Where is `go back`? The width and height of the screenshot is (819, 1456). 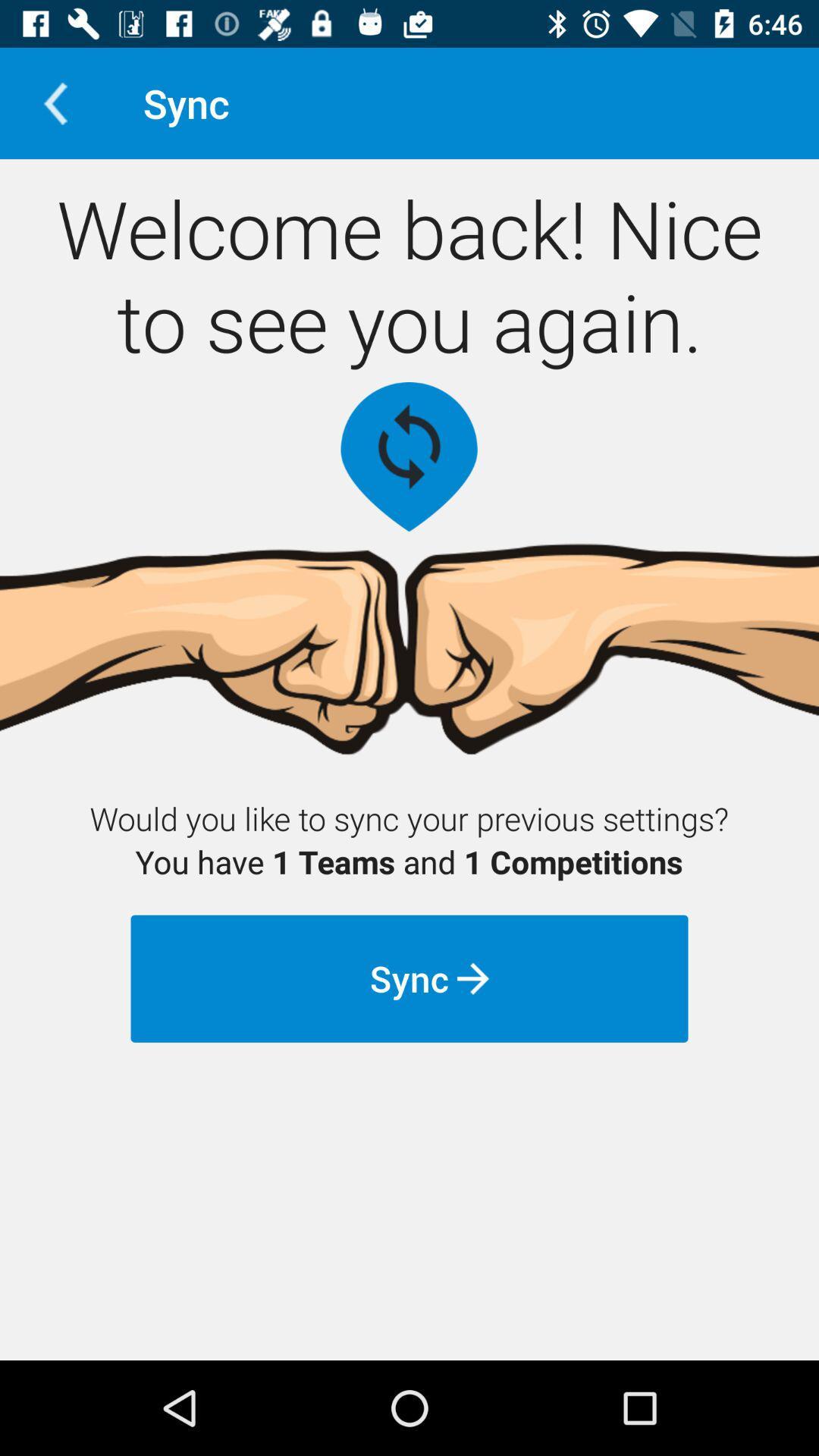 go back is located at coordinates (55, 102).